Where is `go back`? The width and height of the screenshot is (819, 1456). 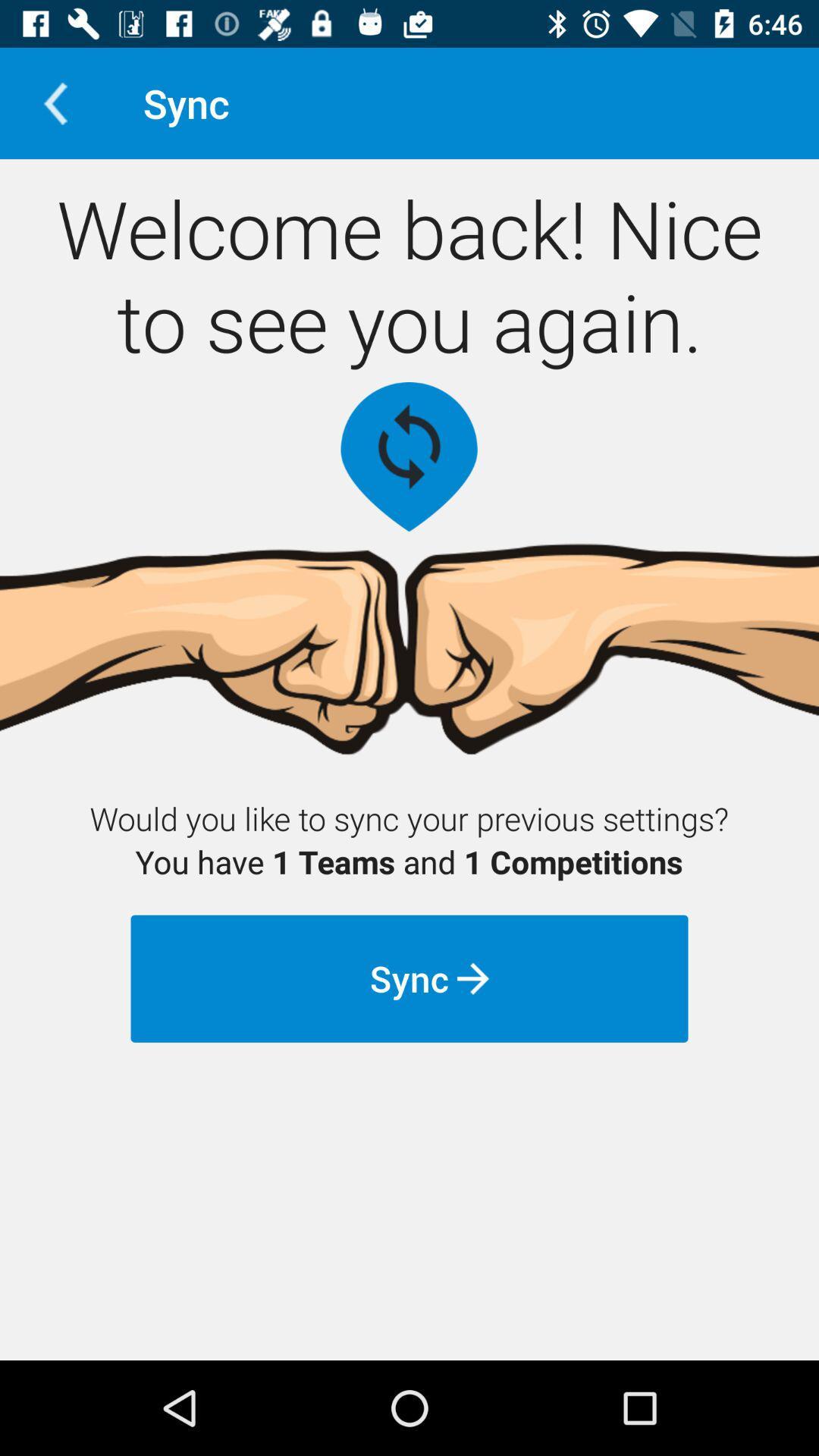 go back is located at coordinates (55, 102).